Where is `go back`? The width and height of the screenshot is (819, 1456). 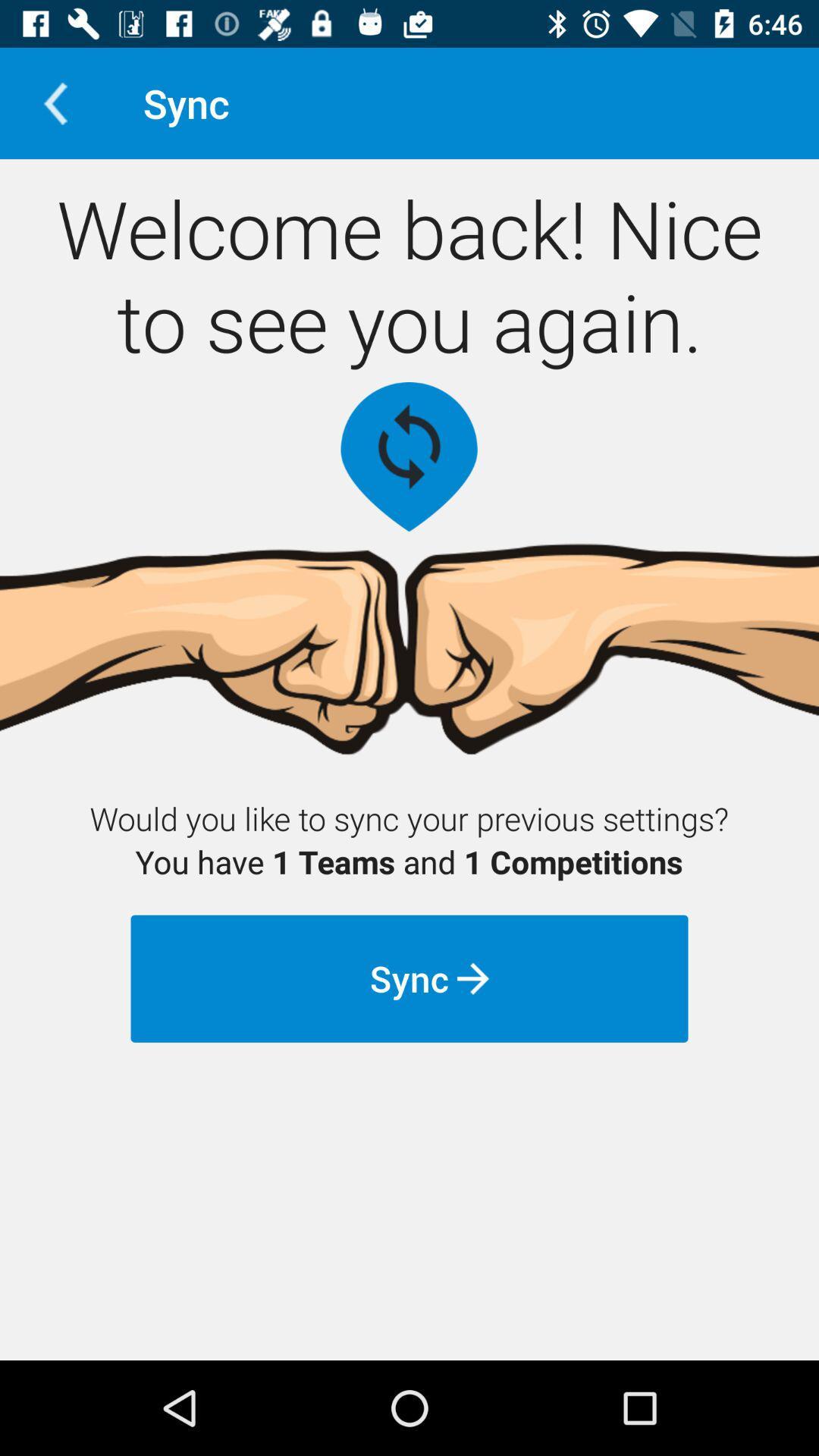 go back is located at coordinates (55, 102).